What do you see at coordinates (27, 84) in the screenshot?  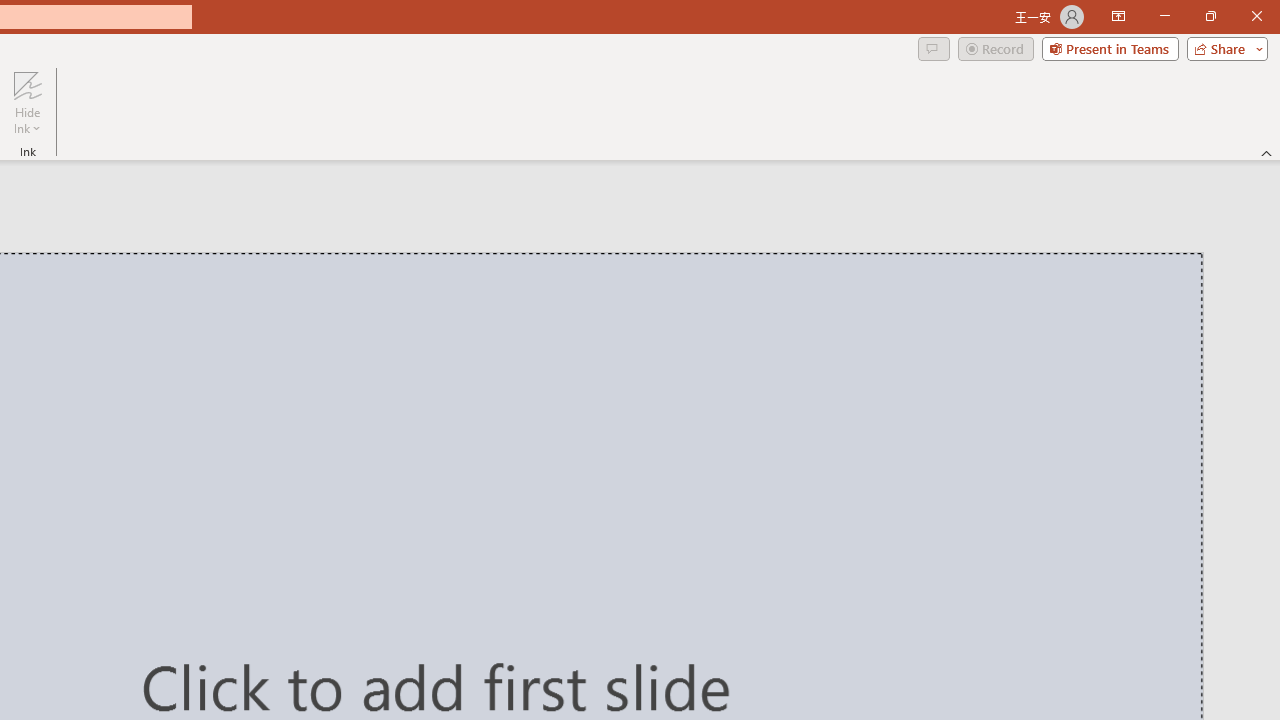 I see `'Hide Ink'` at bounding box center [27, 84].